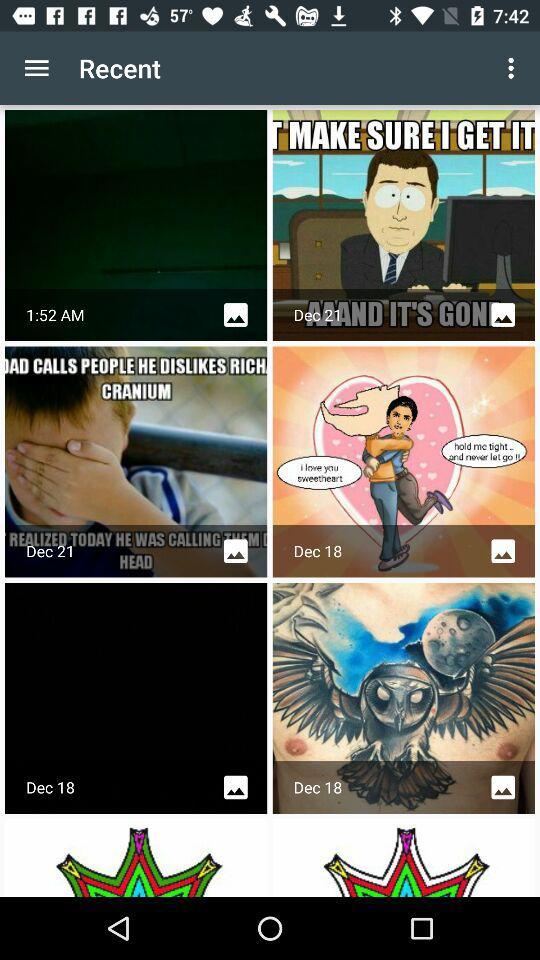 The width and height of the screenshot is (540, 960). What do you see at coordinates (513, 68) in the screenshot?
I see `icon to the right of recent` at bounding box center [513, 68].